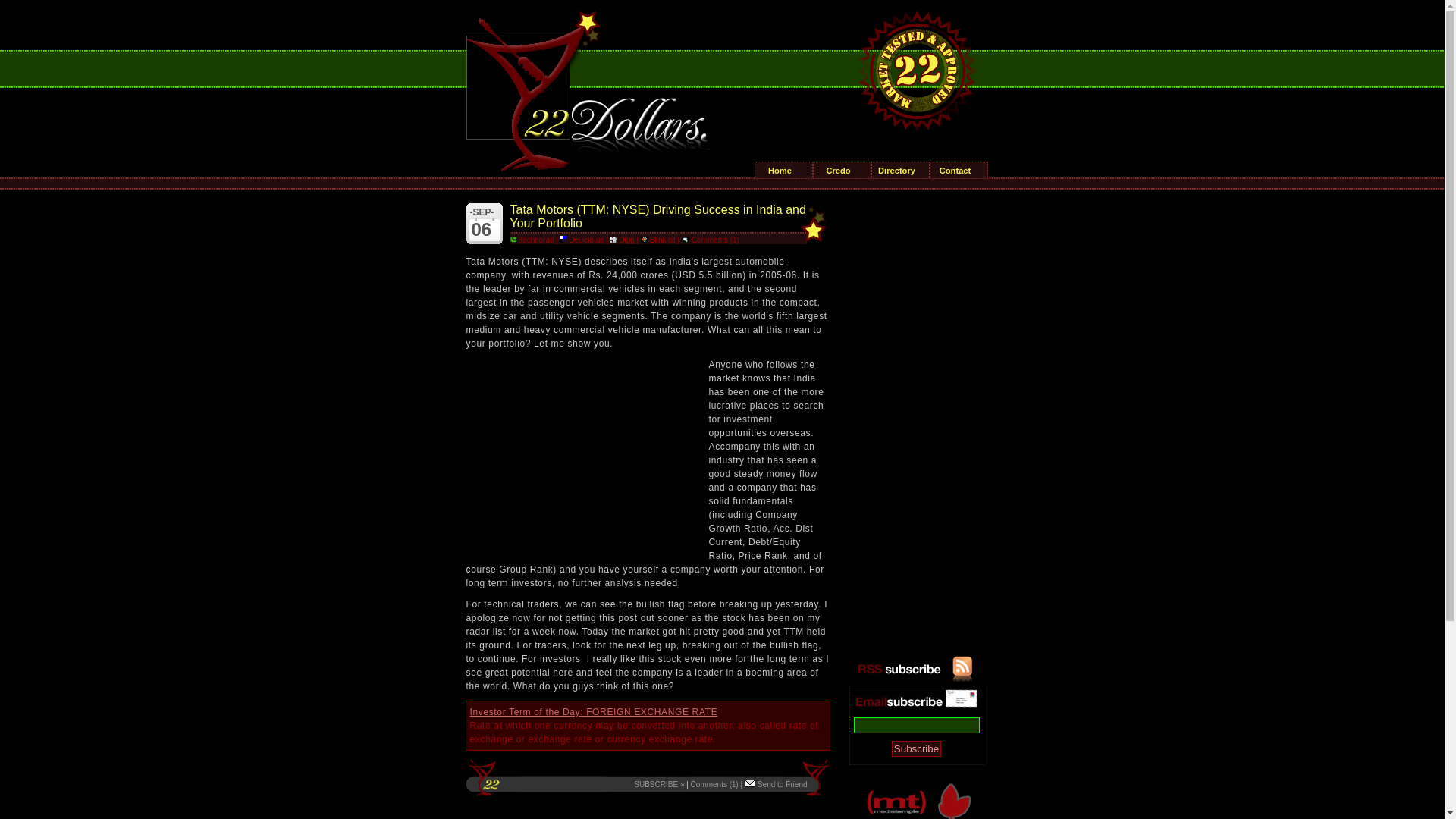  I want to click on 'Home', so click(755, 170).